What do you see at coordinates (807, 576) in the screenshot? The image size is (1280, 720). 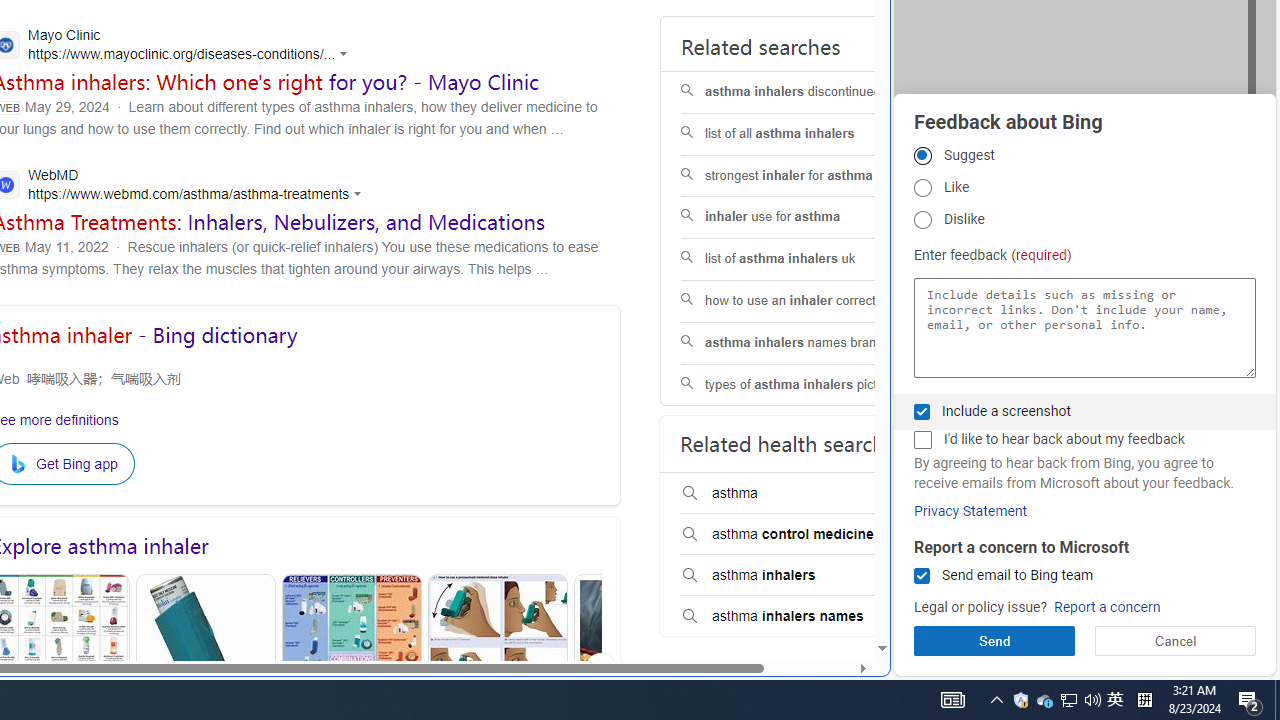 I see `'asthma inhalers'` at bounding box center [807, 576].